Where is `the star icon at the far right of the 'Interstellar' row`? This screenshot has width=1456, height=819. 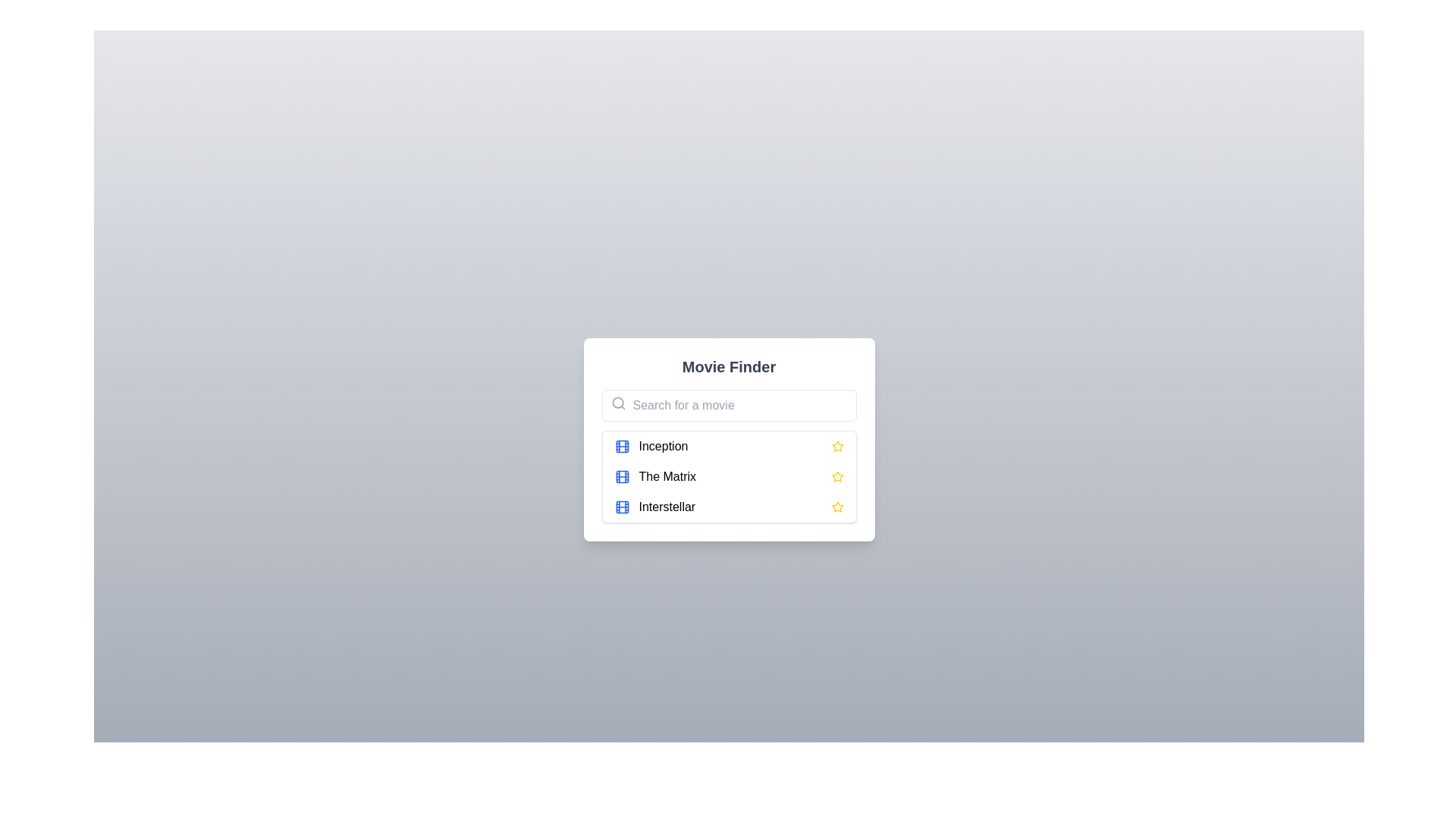 the star icon at the far right of the 'Interstellar' row is located at coordinates (836, 507).